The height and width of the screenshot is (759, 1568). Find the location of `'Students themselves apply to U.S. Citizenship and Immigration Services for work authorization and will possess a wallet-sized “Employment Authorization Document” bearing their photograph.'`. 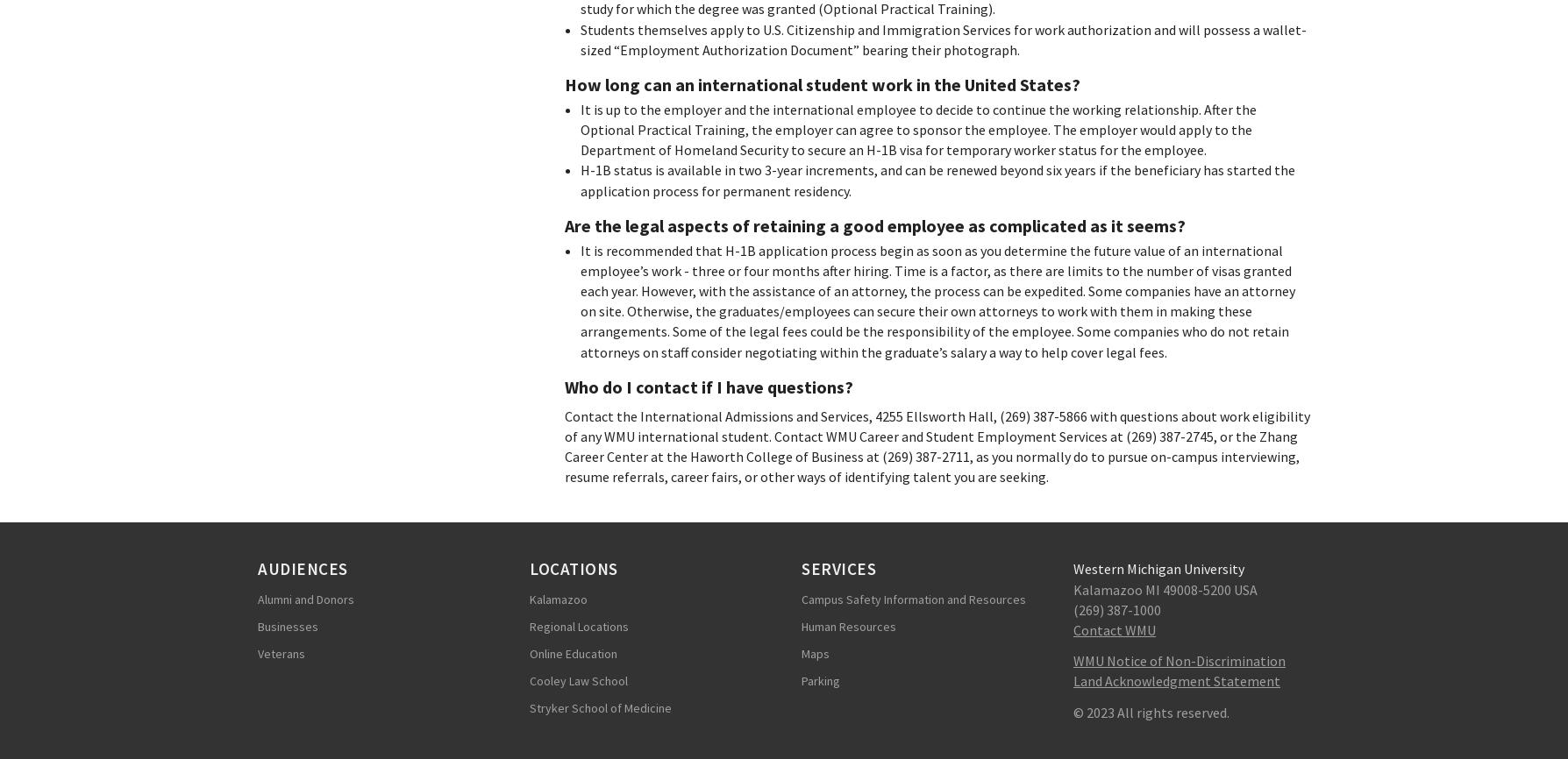

'Students themselves apply to U.S. Citizenship and Immigration Services for work authorization and will possess a wallet-sized “Employment Authorization Document” bearing their photograph.' is located at coordinates (942, 39).